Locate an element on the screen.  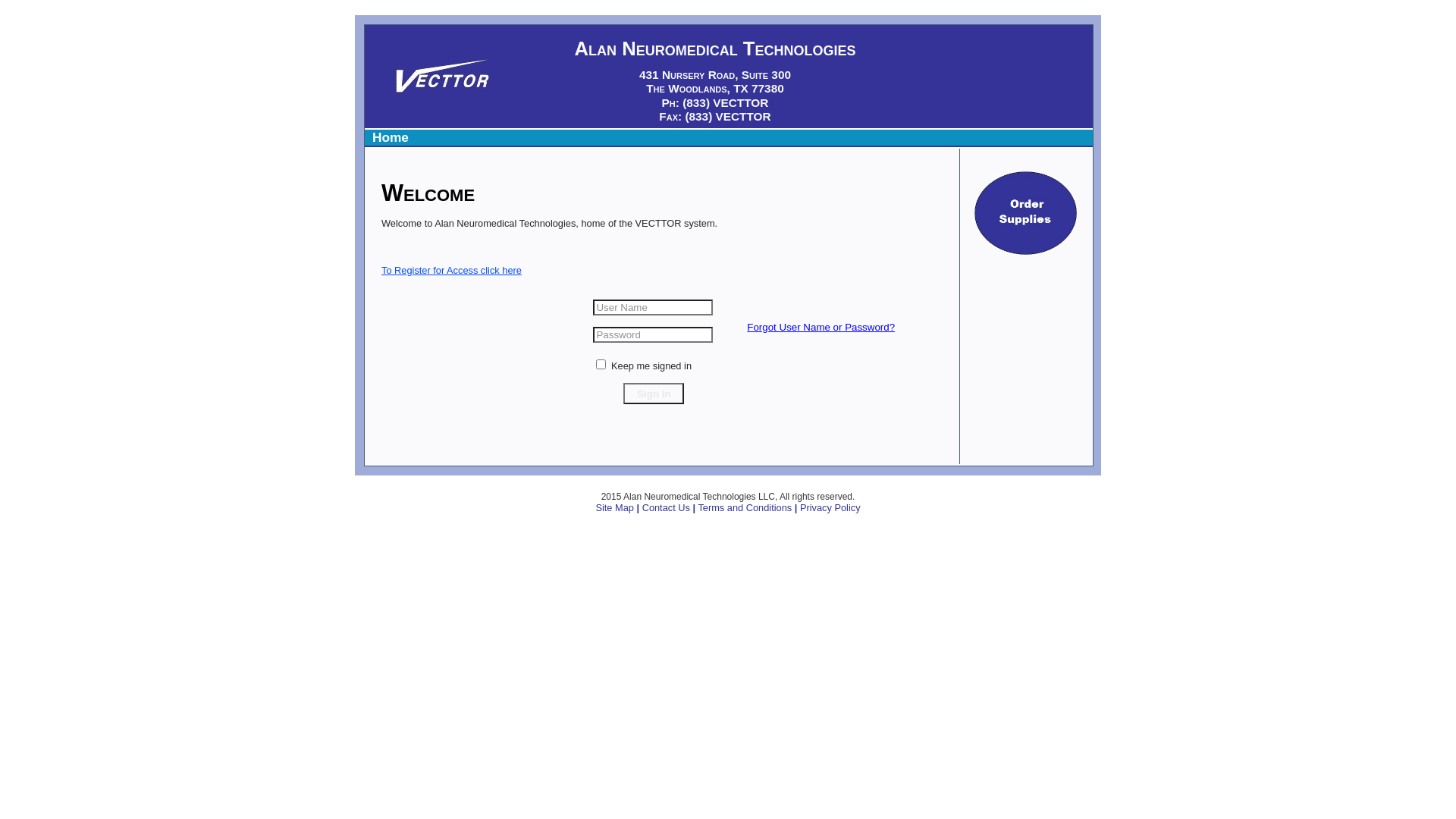
'Privacy Policy' is located at coordinates (829, 507).